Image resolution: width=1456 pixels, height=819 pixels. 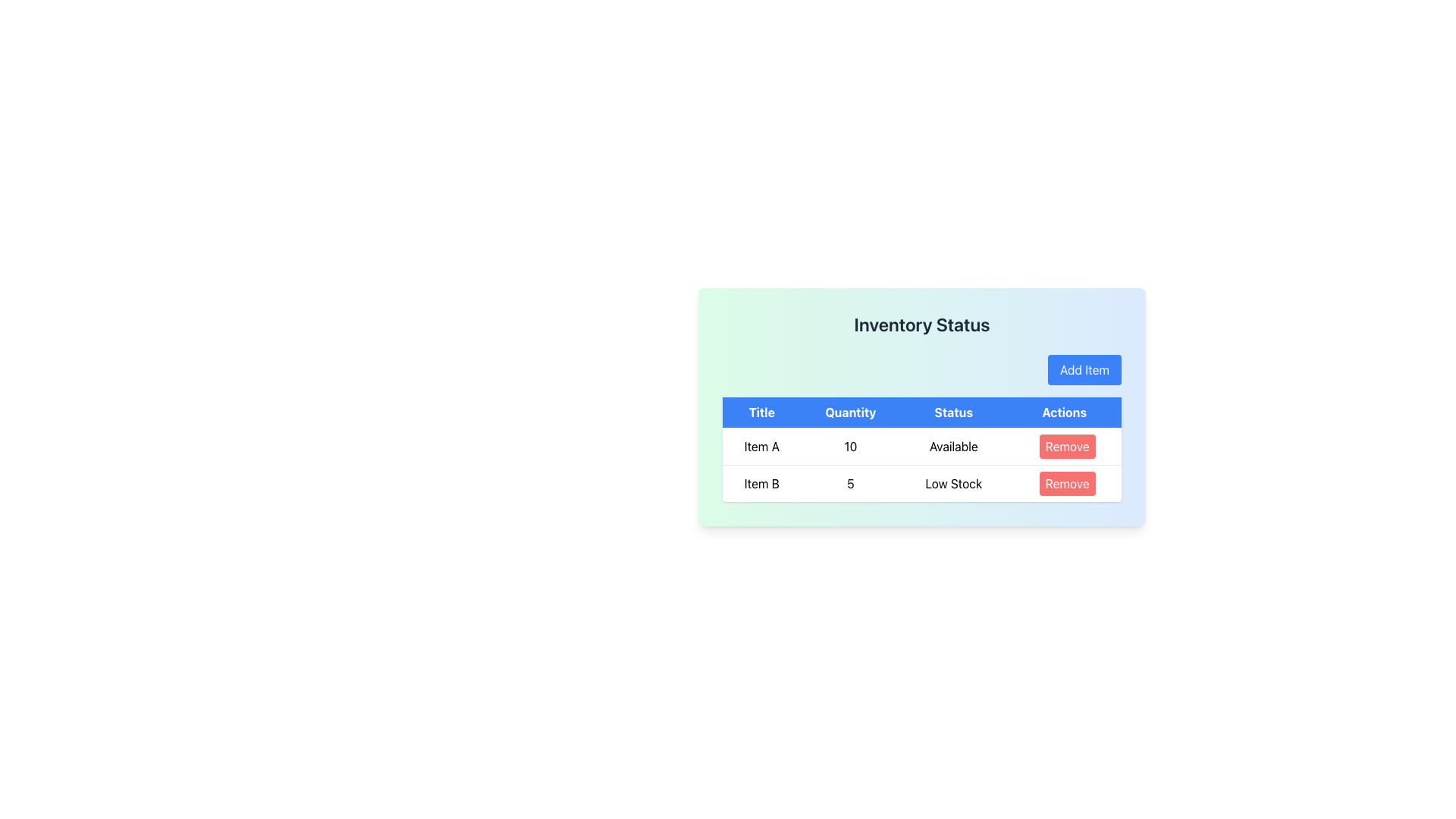 I want to click on the 'Remove' button styled with a red background and white text located in the 'Actions' column for 'Item B' and 'Low Stock', so click(x=1063, y=483).